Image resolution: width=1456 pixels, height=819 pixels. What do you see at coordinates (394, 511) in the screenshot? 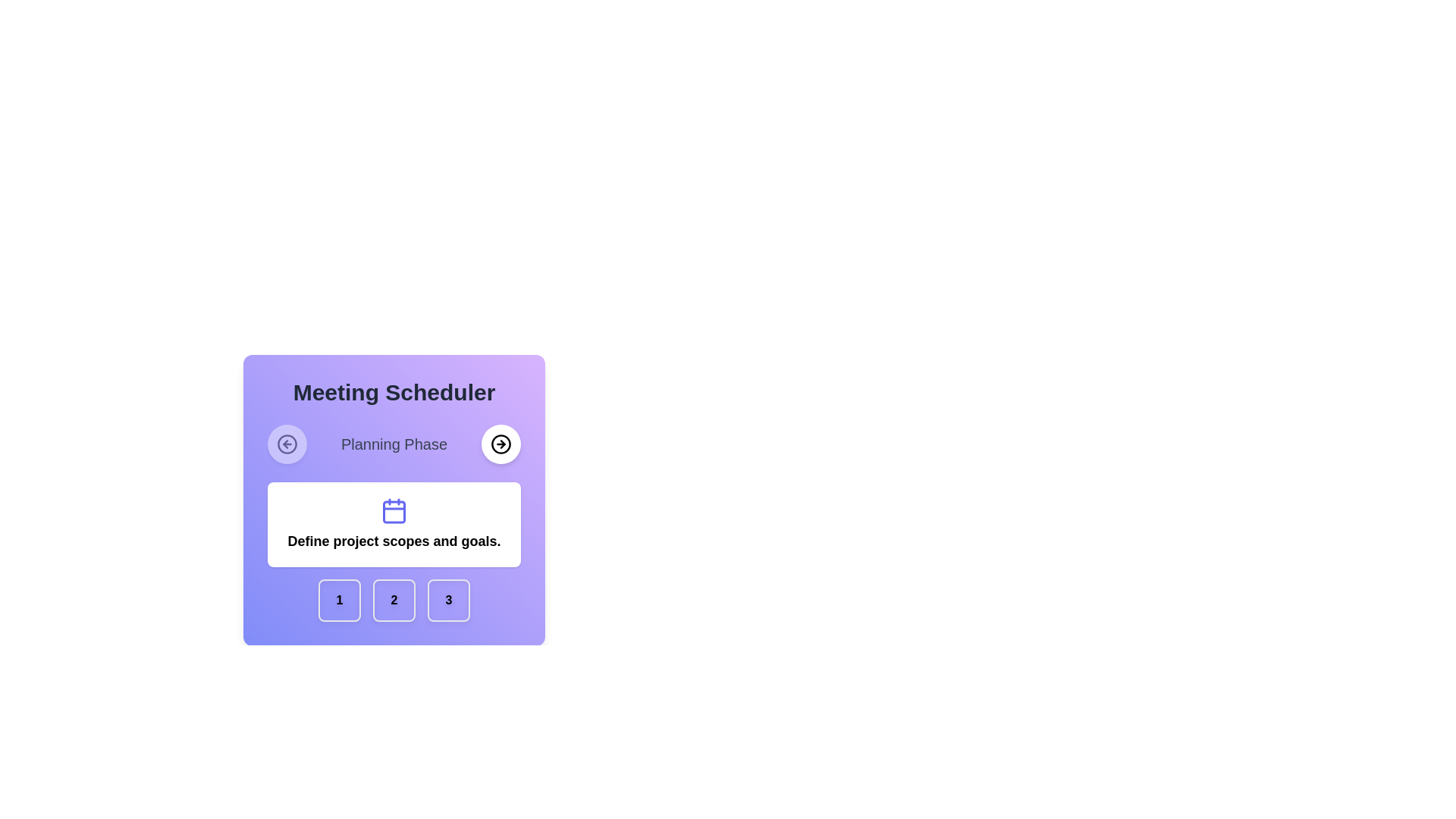
I see `the decorative calendar icon, which is located above the text 'Define project scopes and goals.' and below the 'Planning Phase' header` at bounding box center [394, 511].